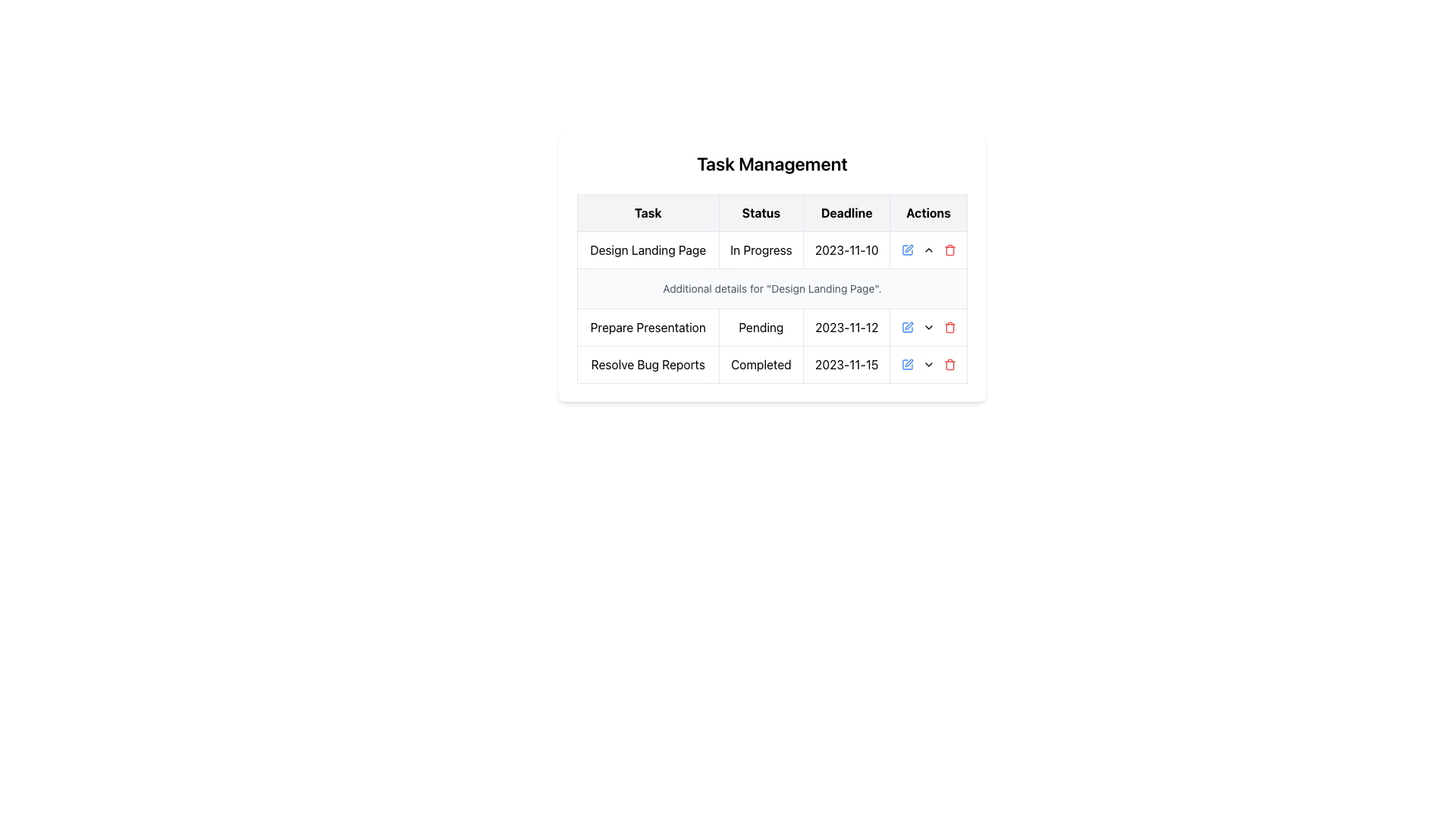  Describe the element at coordinates (761, 365) in the screenshot. I see `the 'Completed' text label in the 'Status' column of the 'Resolve Bug Reports' row` at that location.